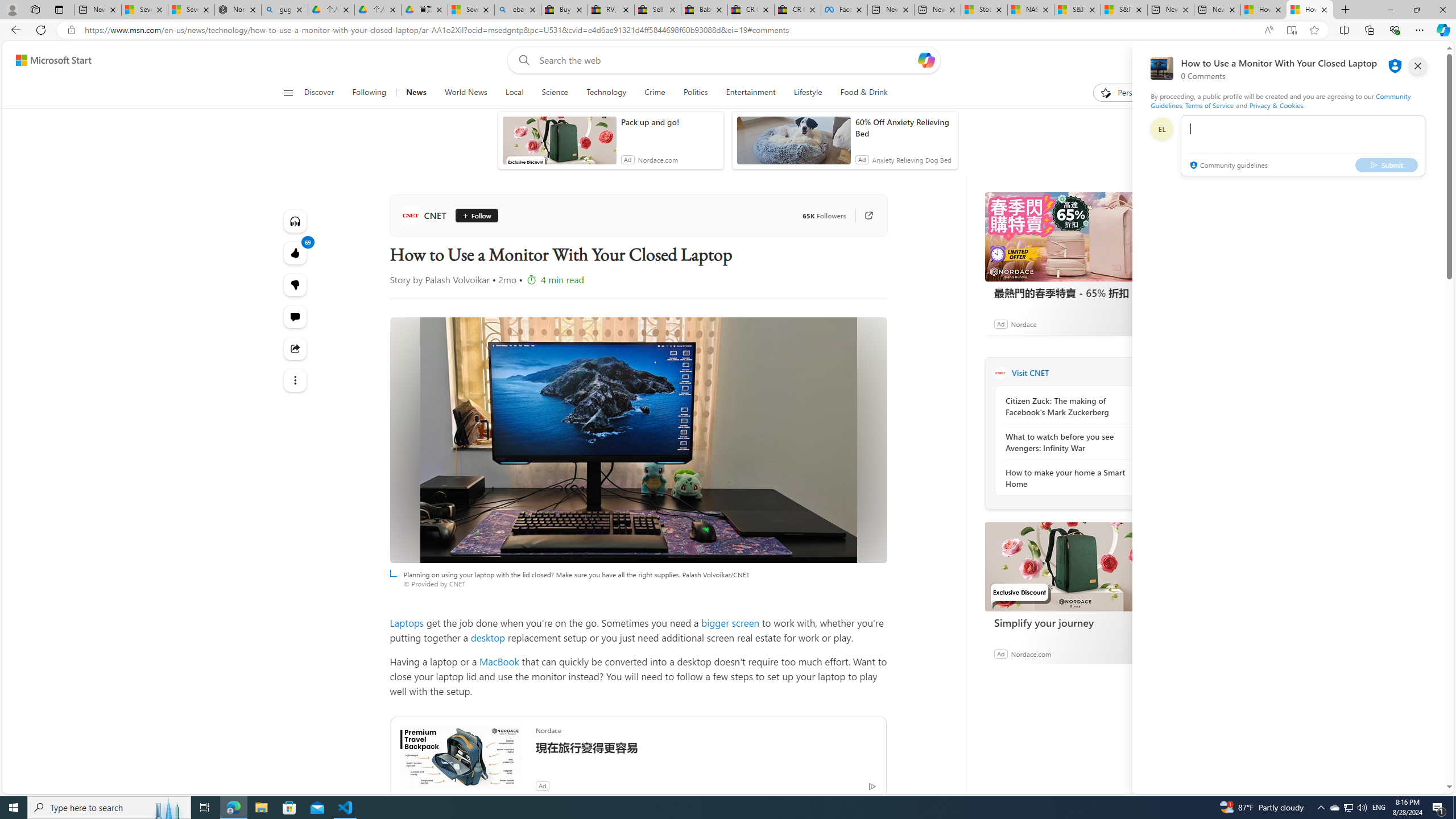  Describe the element at coordinates (695, 92) in the screenshot. I see `'Politics'` at that location.